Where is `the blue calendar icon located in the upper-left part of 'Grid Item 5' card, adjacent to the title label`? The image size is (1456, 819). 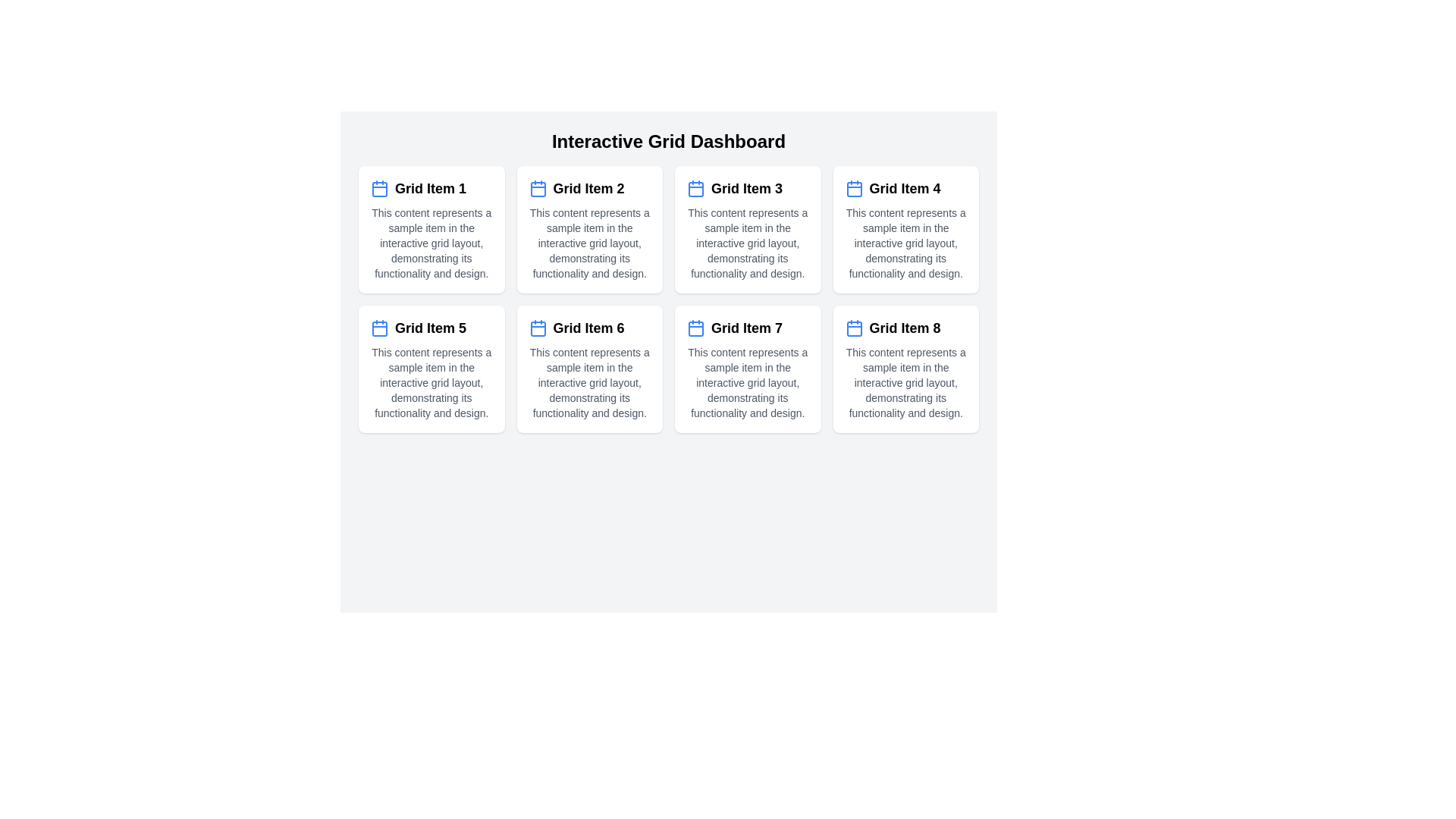 the blue calendar icon located in the upper-left part of 'Grid Item 5' card, adjacent to the title label is located at coordinates (379, 327).